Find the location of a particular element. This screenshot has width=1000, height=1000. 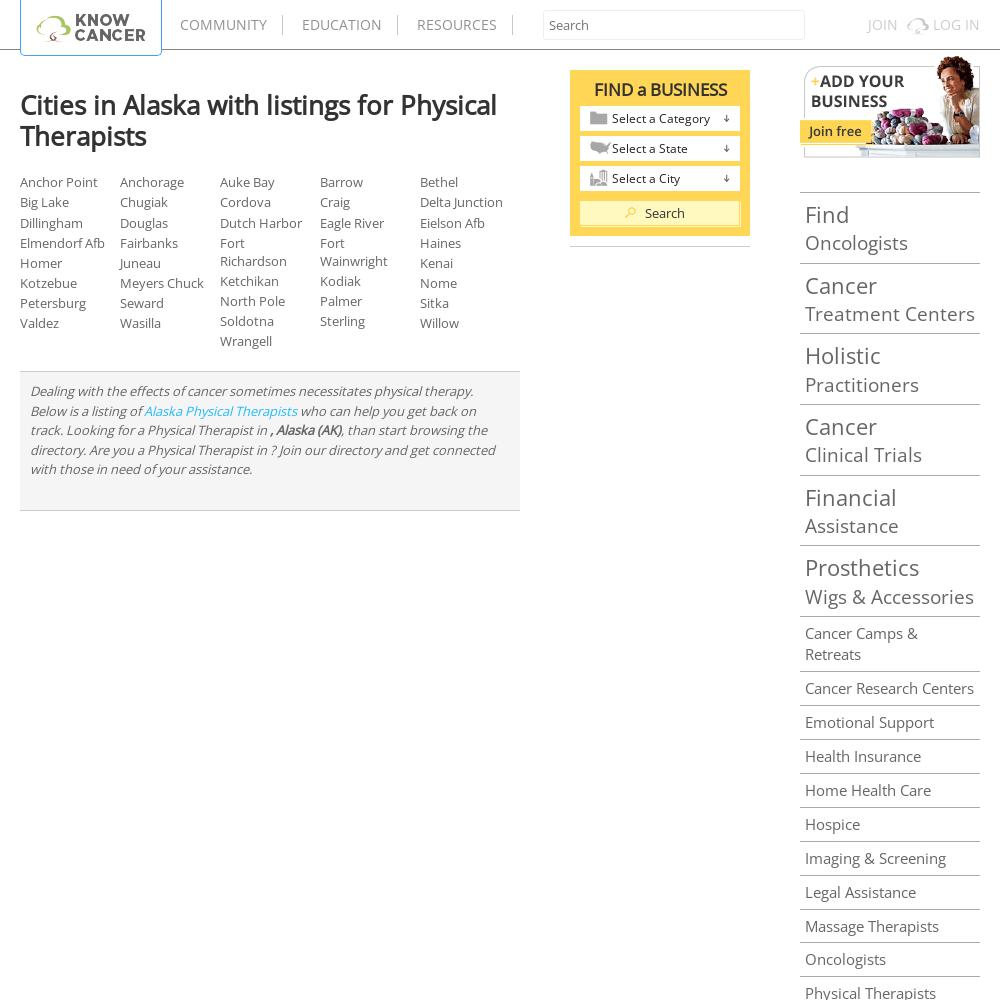

'Cancer Camps & Retreats' is located at coordinates (860, 642).